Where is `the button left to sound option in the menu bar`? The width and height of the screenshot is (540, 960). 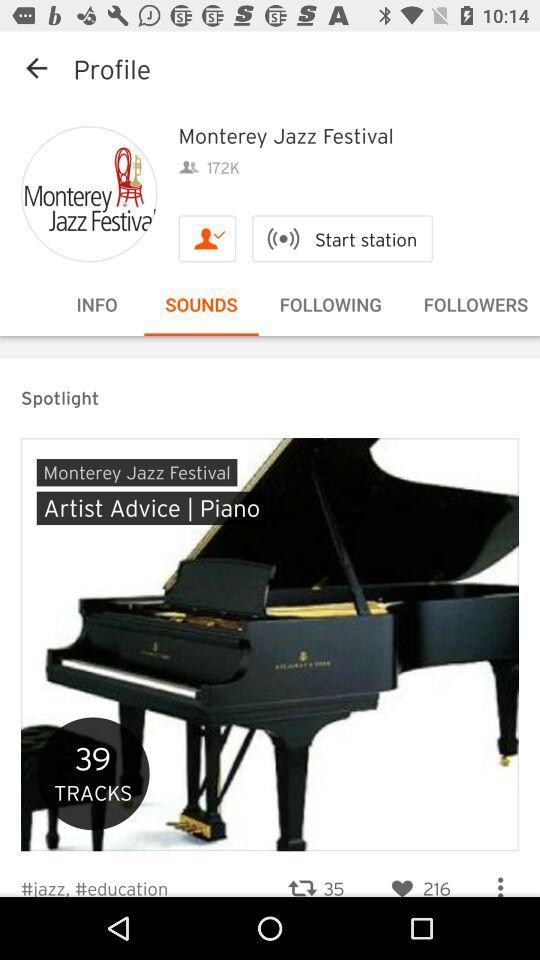 the button left to sound option in the menu bar is located at coordinates (95, 304).